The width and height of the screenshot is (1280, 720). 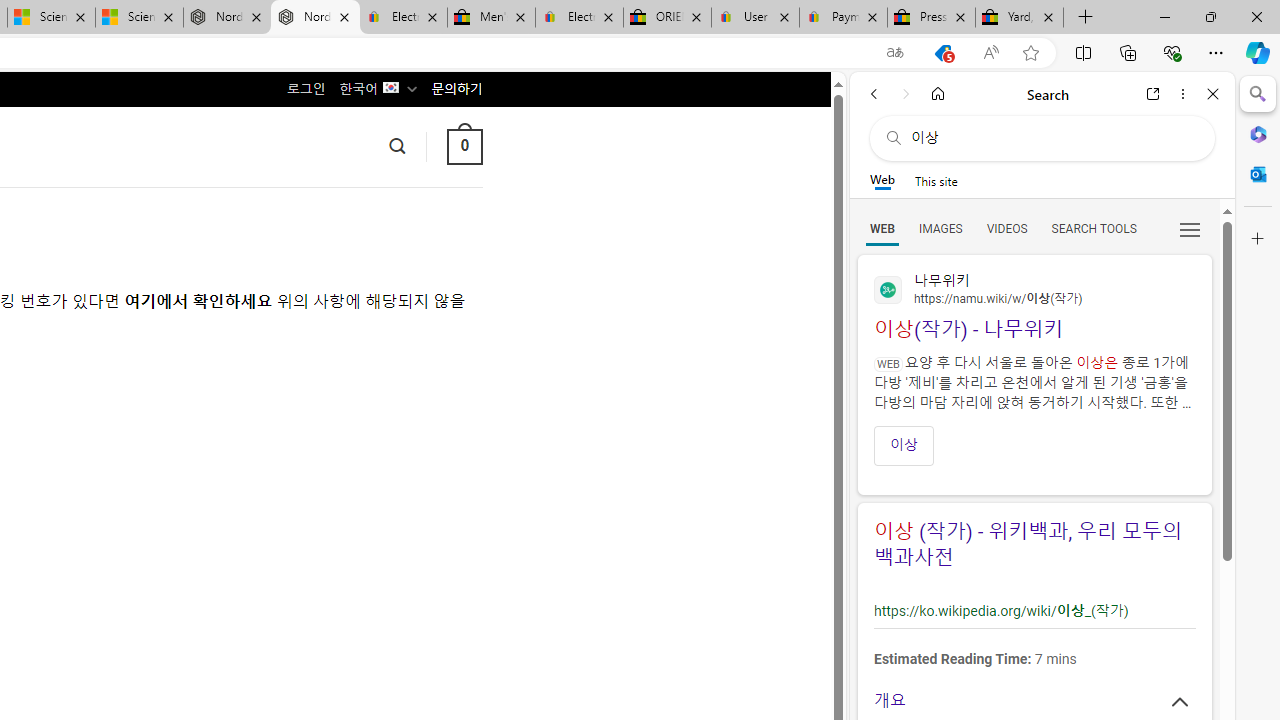 What do you see at coordinates (942, 52) in the screenshot?
I see `'This site has coupons! Shopping in Microsoft Edge, 5'` at bounding box center [942, 52].